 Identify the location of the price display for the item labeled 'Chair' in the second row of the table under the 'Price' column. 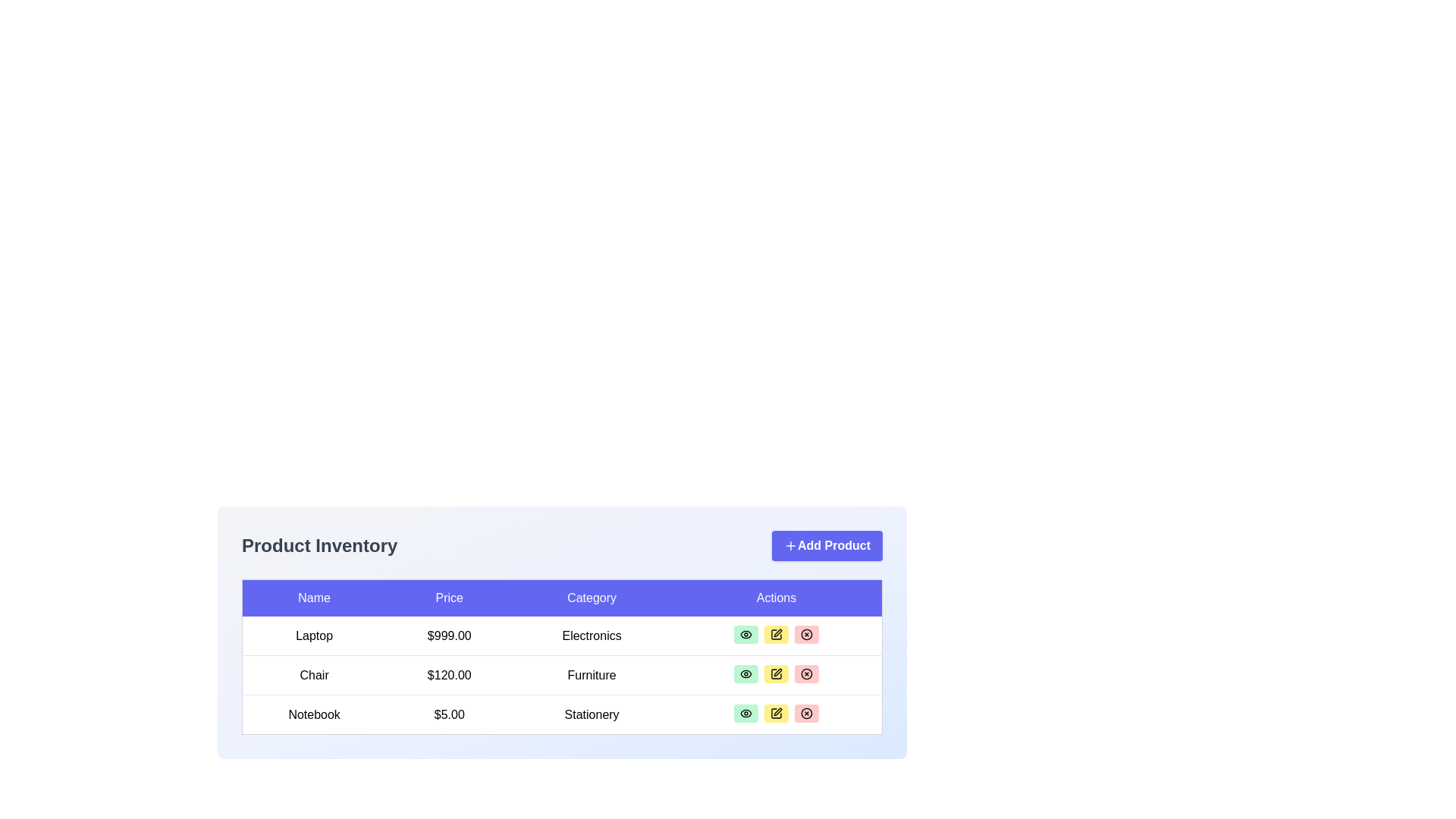
(448, 674).